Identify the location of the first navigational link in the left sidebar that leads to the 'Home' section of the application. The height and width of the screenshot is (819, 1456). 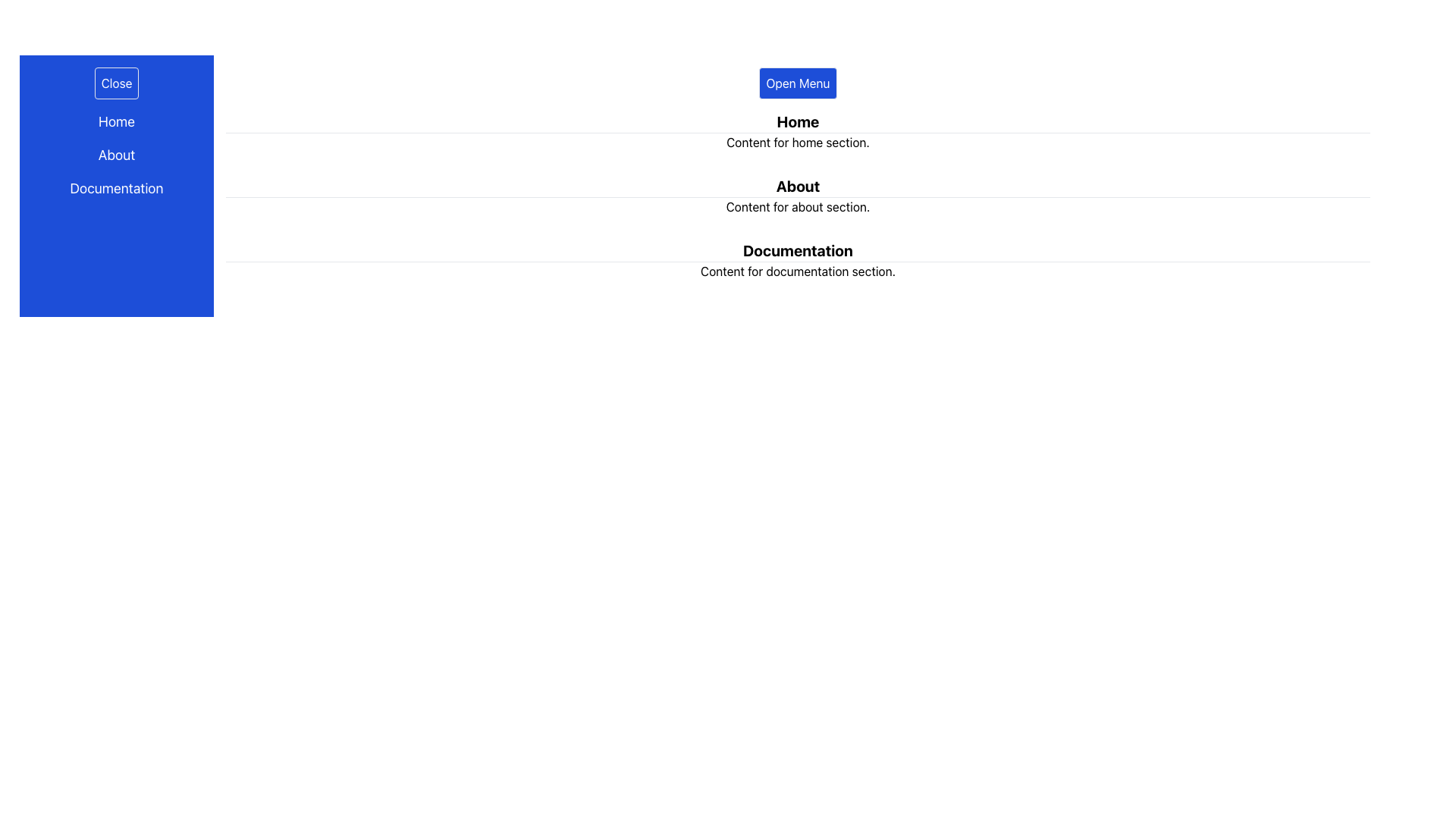
(115, 121).